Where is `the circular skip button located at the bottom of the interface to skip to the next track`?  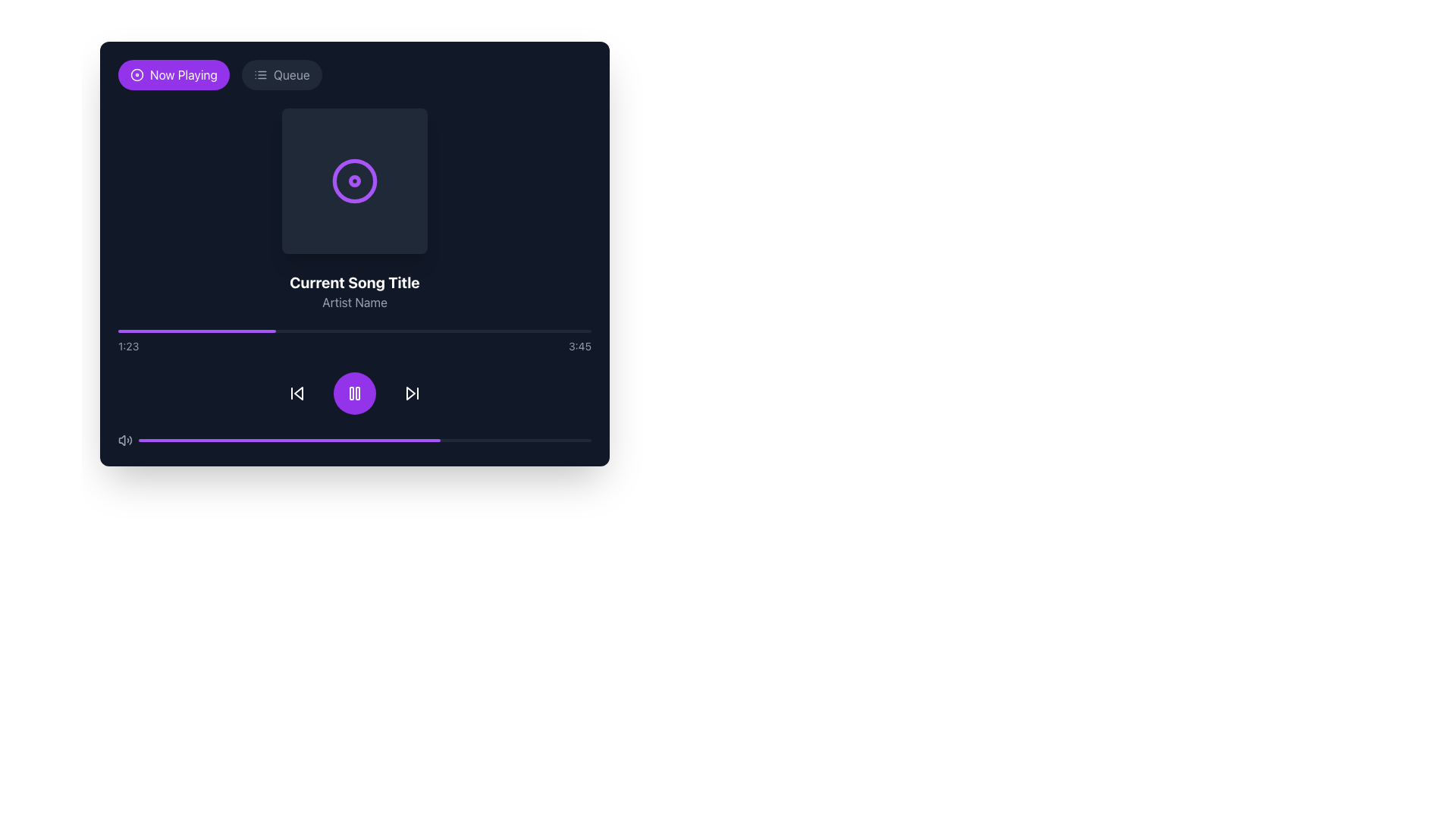 the circular skip button located at the bottom of the interface to skip to the next track is located at coordinates (412, 393).